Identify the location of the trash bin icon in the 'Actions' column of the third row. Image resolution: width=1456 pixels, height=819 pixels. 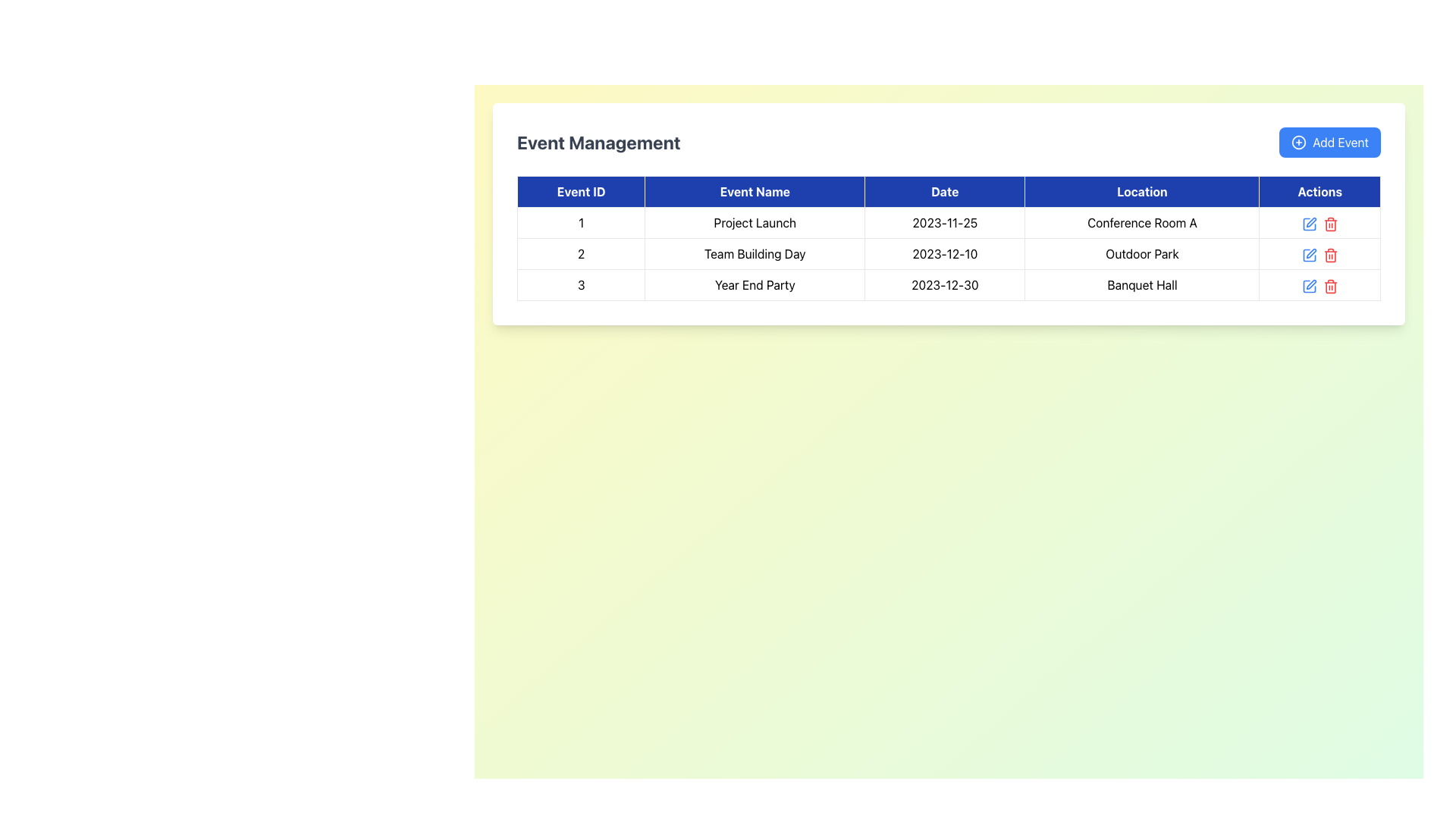
(1329, 222).